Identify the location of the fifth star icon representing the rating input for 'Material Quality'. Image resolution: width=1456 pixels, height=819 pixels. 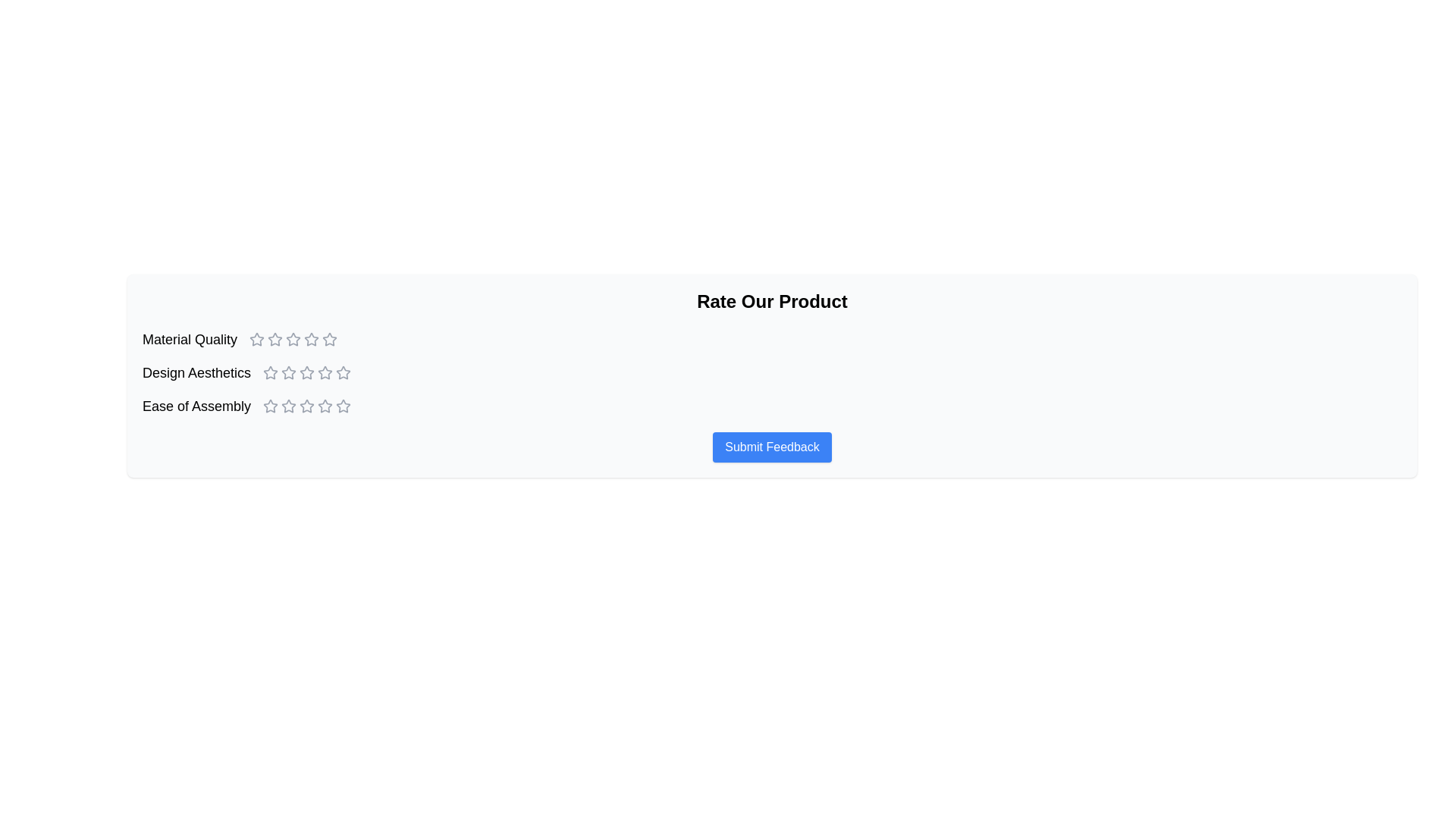
(311, 338).